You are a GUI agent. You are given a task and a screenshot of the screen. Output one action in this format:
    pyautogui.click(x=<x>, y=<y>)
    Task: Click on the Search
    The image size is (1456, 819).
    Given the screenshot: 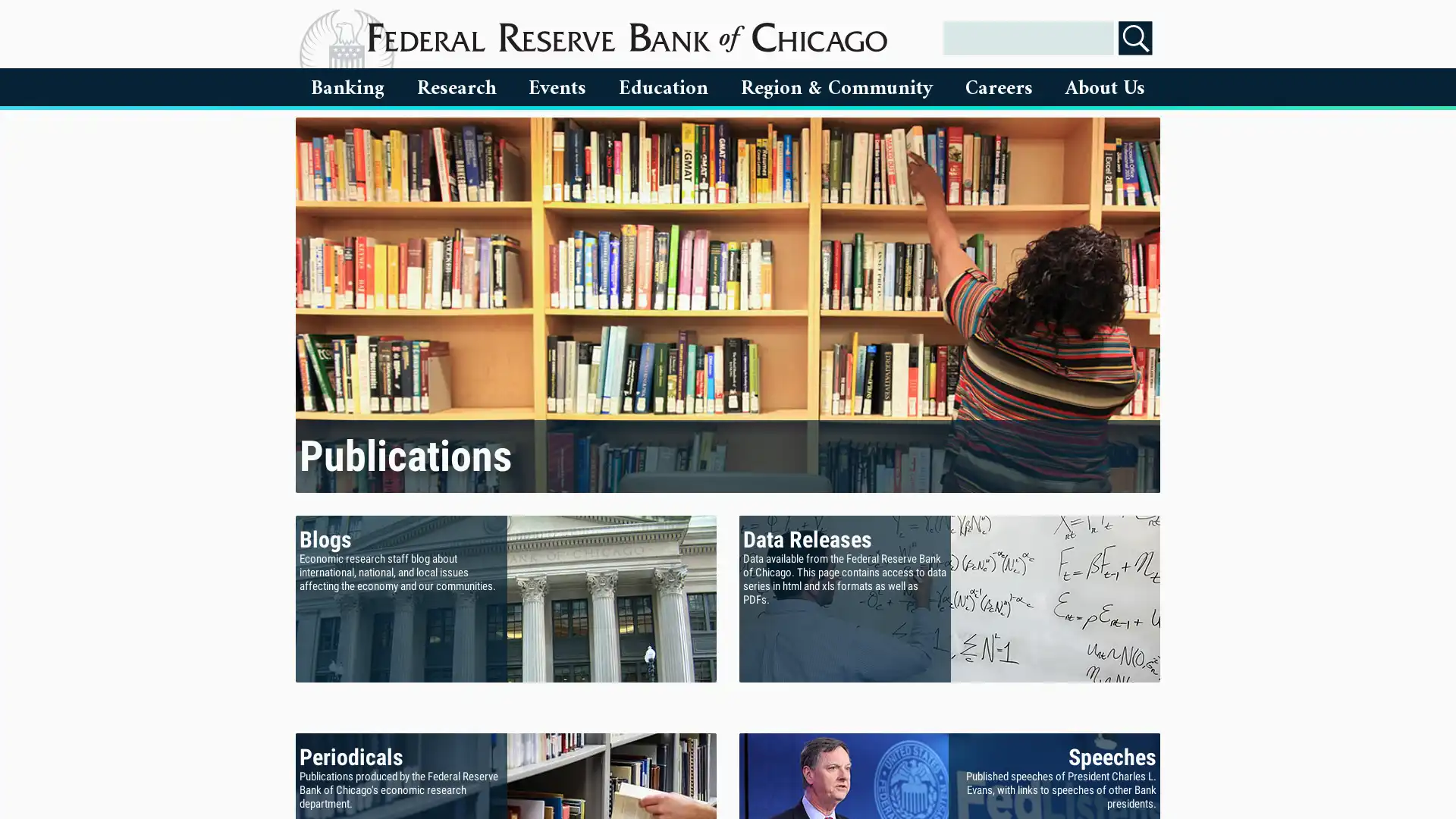 What is the action you would take?
    pyautogui.click(x=1135, y=37)
    